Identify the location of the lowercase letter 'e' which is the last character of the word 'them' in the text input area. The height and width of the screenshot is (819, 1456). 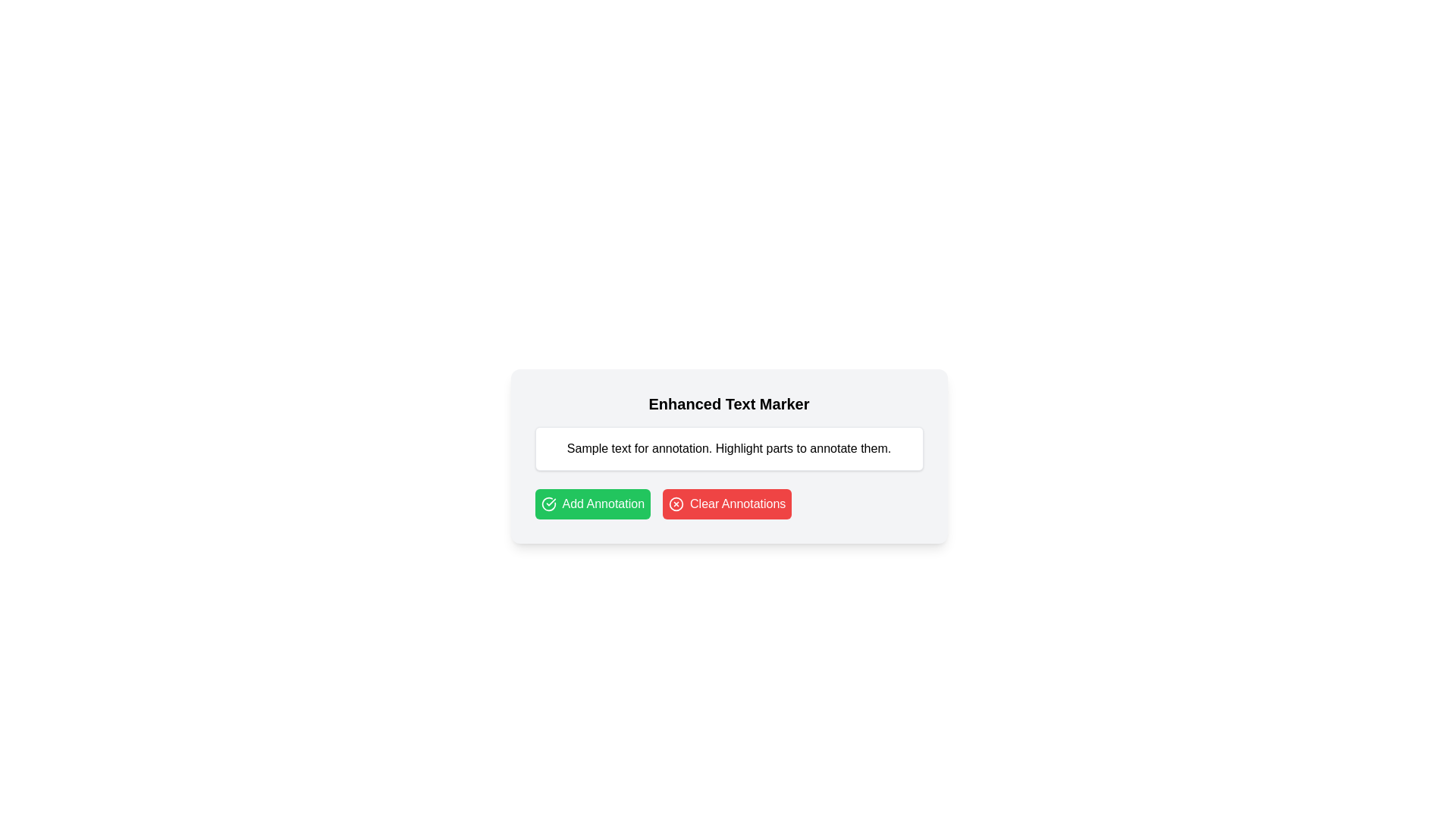
(874, 447).